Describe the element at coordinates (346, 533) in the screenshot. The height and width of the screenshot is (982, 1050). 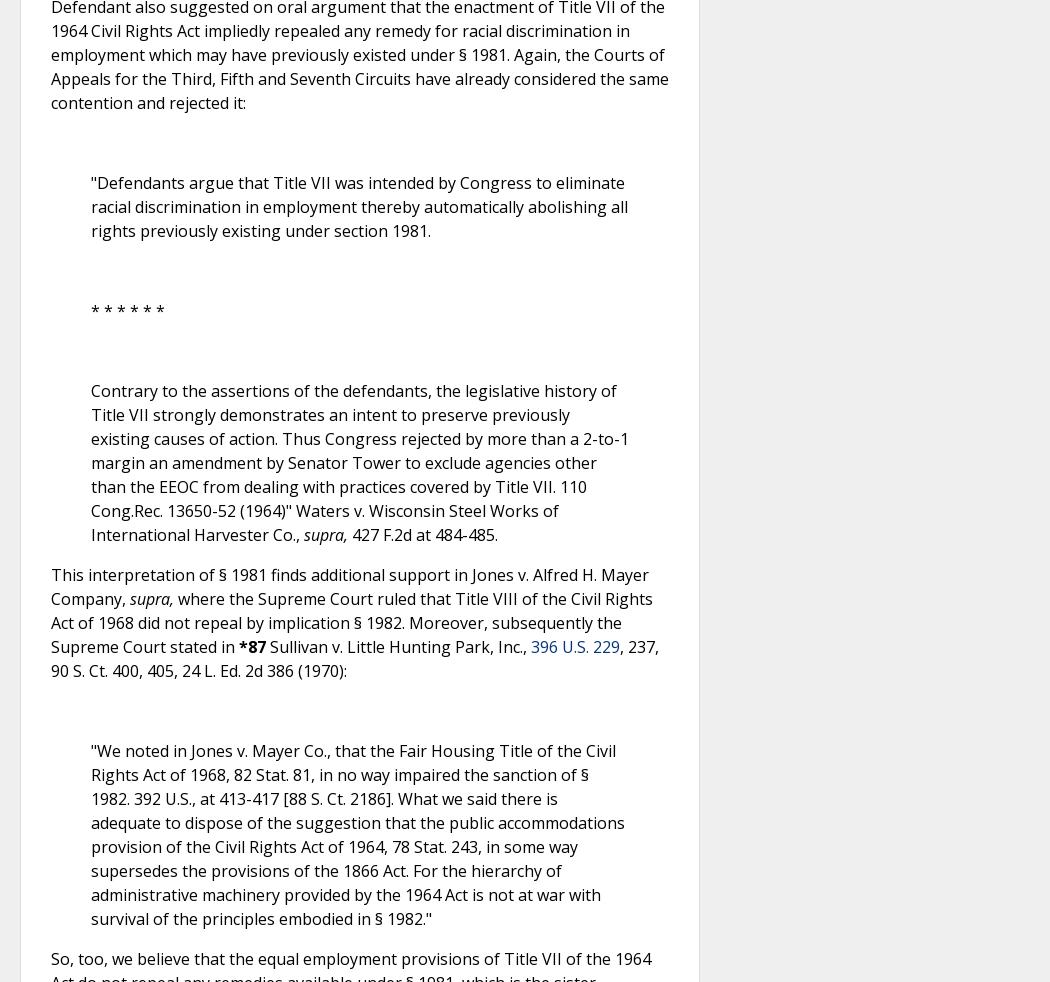
I see `'427 F.2d  at 484-485.'` at that location.